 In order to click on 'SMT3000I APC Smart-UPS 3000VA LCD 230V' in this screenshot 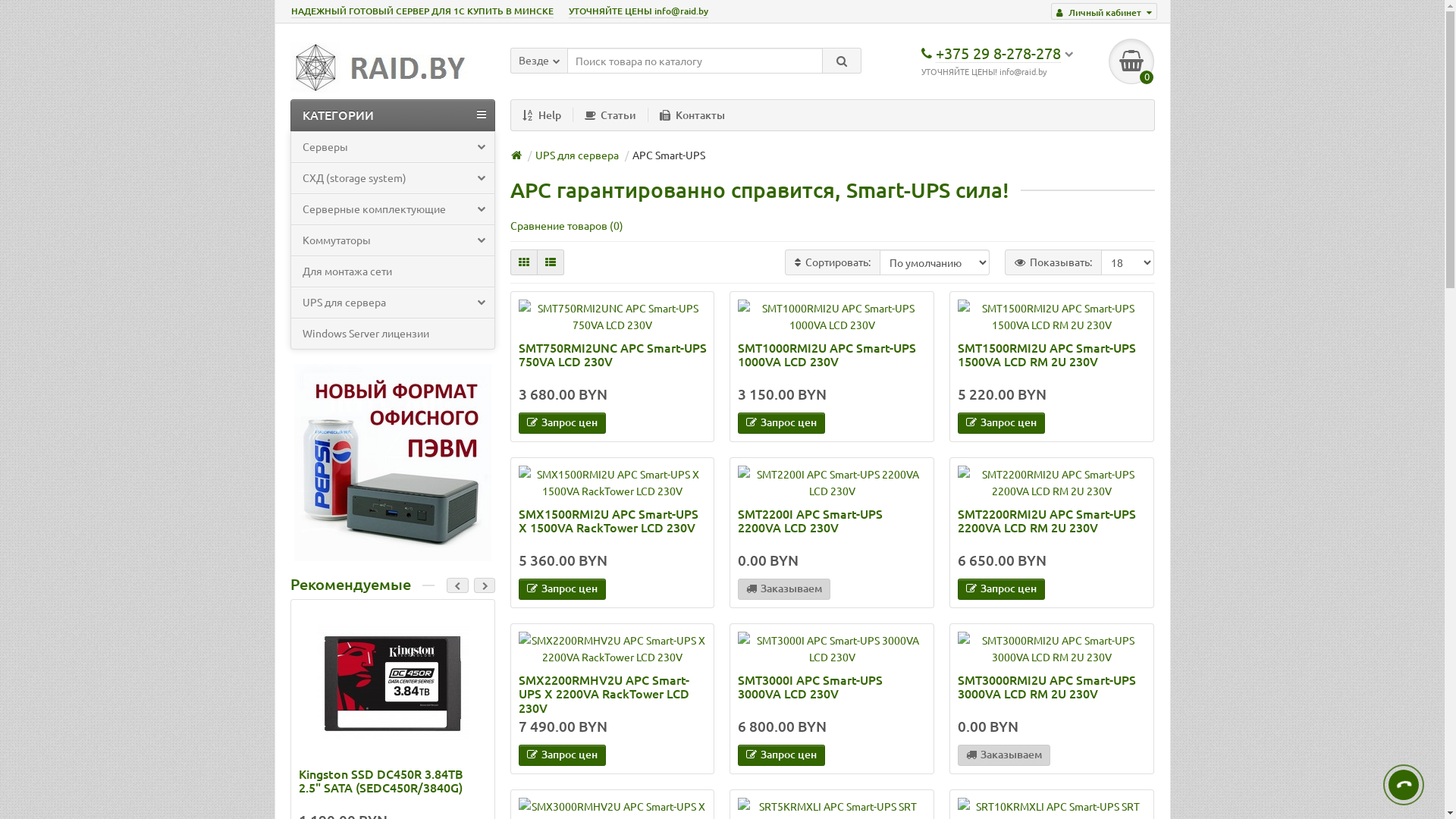, I will do `click(738, 648)`.